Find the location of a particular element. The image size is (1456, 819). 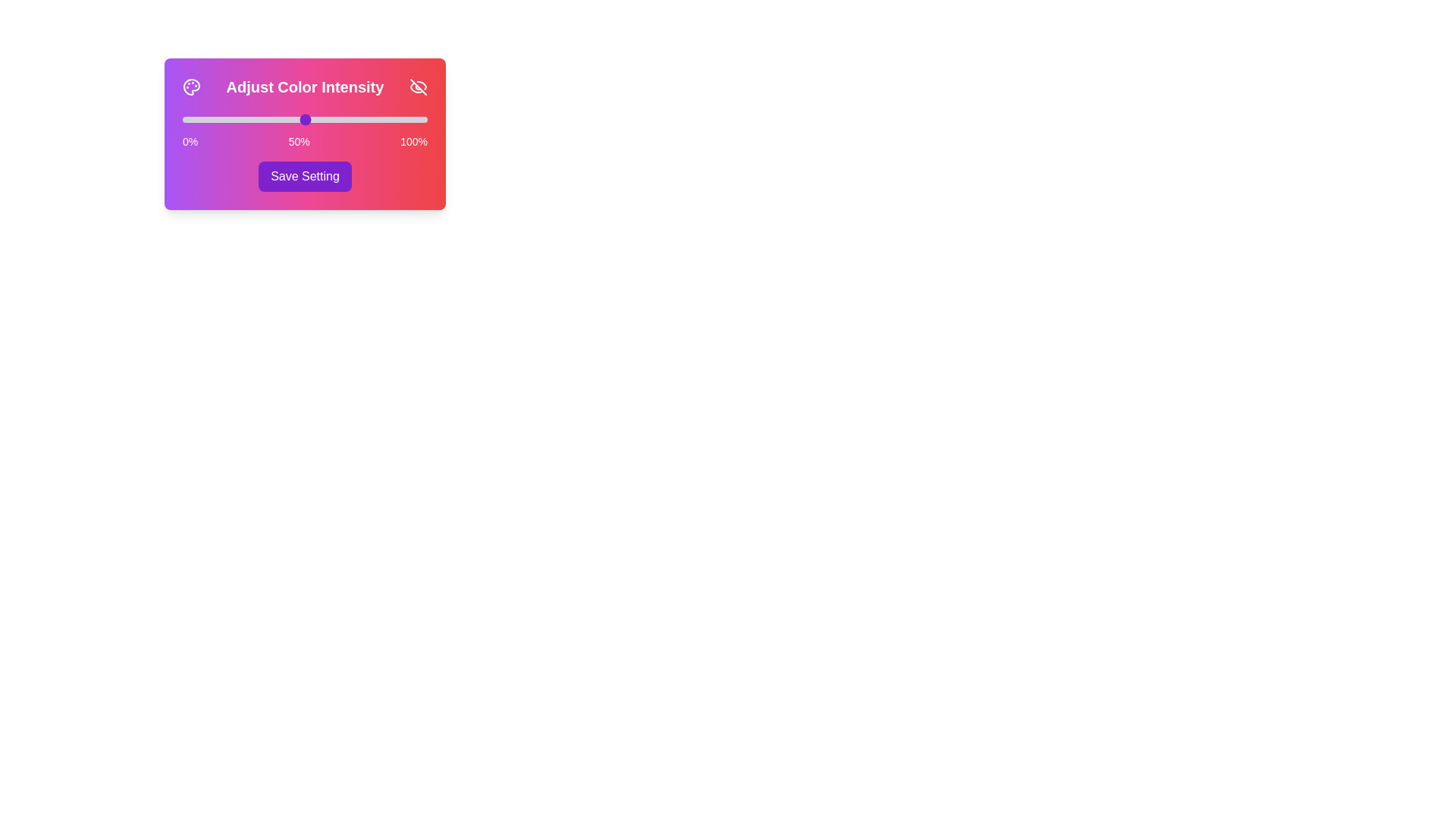

the slider to set the color intensity to 54% is located at coordinates (314, 119).